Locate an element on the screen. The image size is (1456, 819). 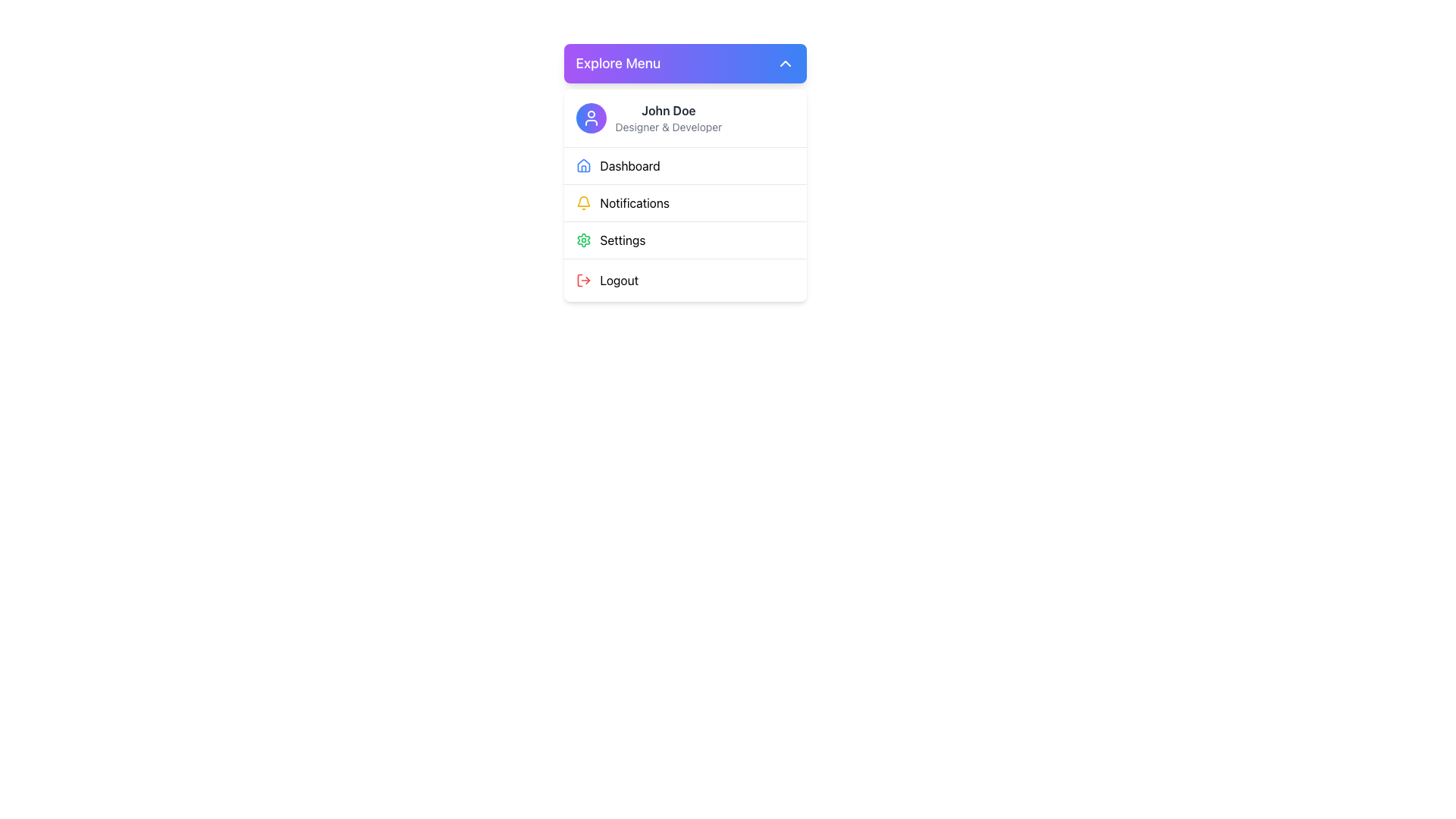
the 'Dashboard' text label in the vertical menu is located at coordinates (630, 166).